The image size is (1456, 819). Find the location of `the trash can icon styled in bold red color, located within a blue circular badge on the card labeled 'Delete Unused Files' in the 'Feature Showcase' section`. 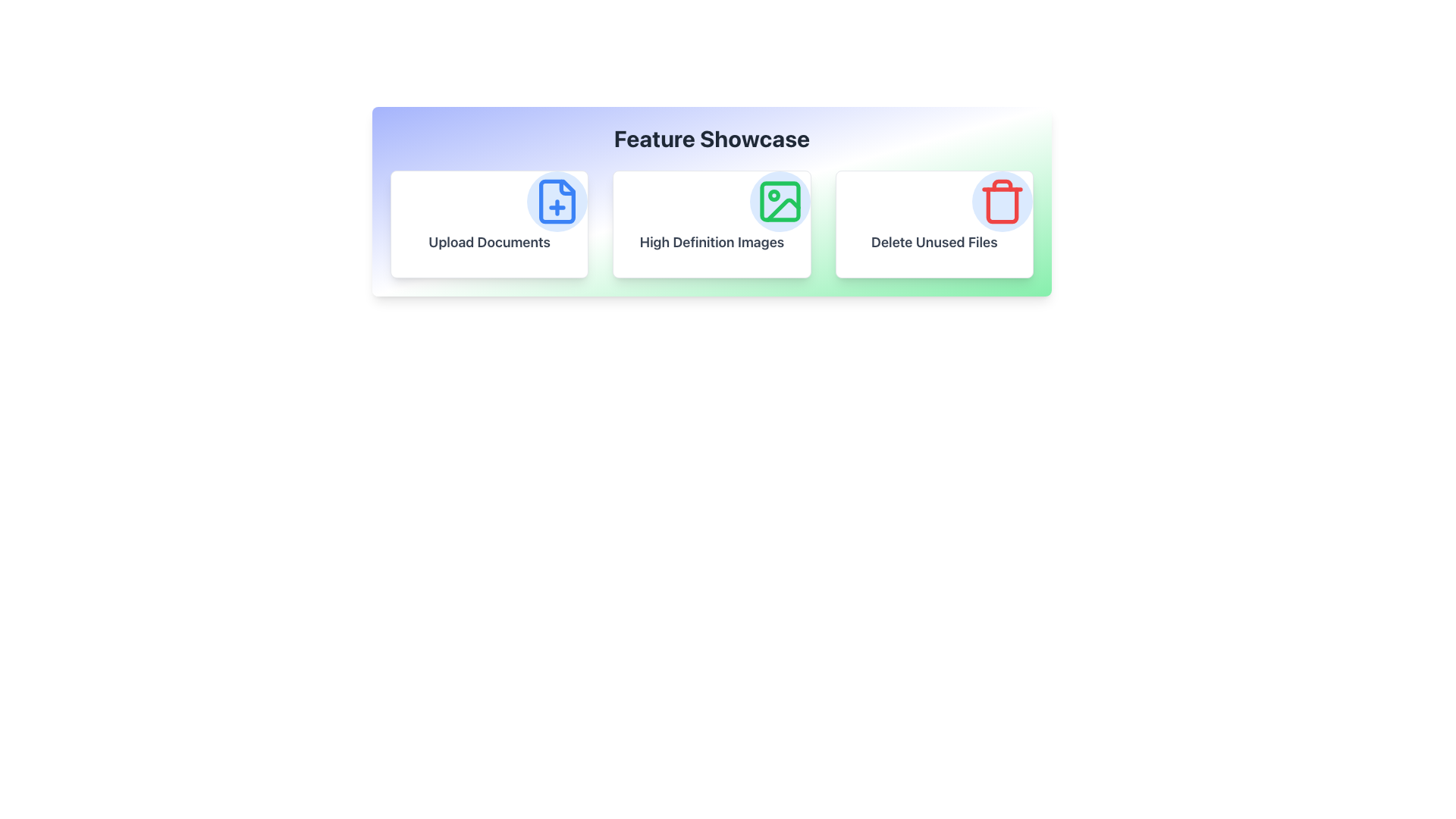

the trash can icon styled in bold red color, located within a blue circular badge on the card labeled 'Delete Unused Files' in the 'Feature Showcase' section is located at coordinates (1002, 201).